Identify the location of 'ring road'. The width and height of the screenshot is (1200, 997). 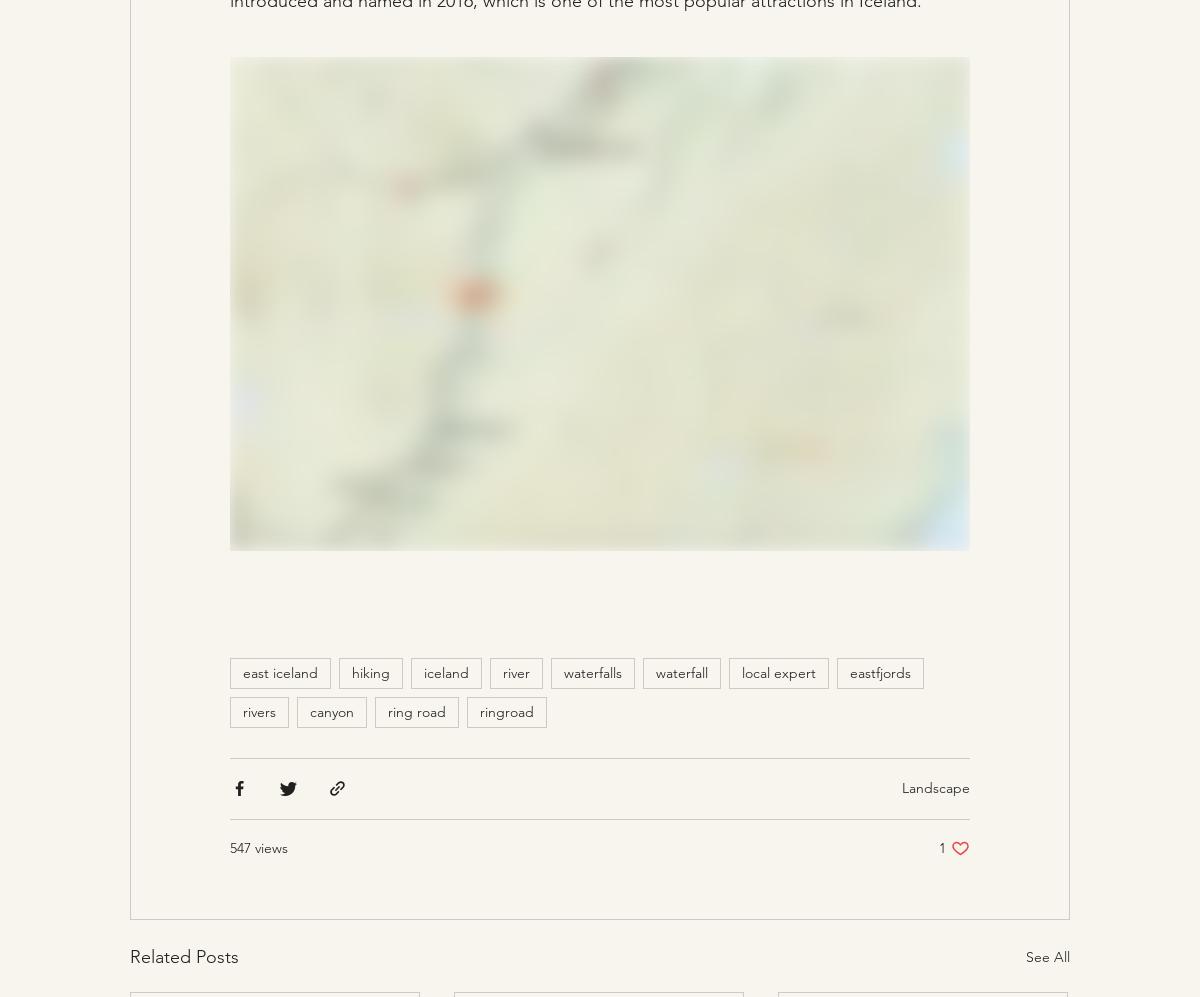
(387, 709).